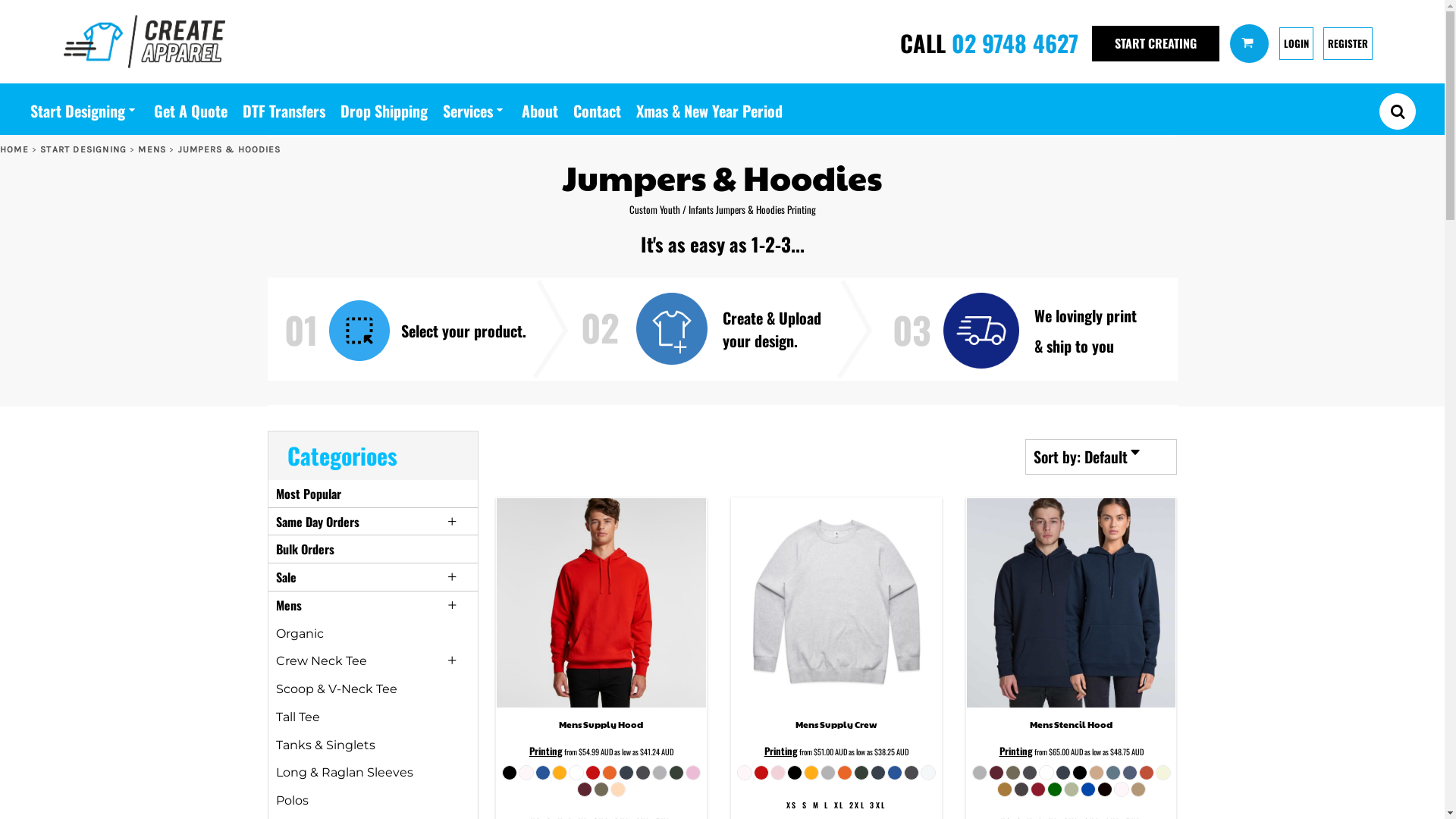 The image size is (1456, 819). Describe the element at coordinates (539, 108) in the screenshot. I see `'About'` at that location.